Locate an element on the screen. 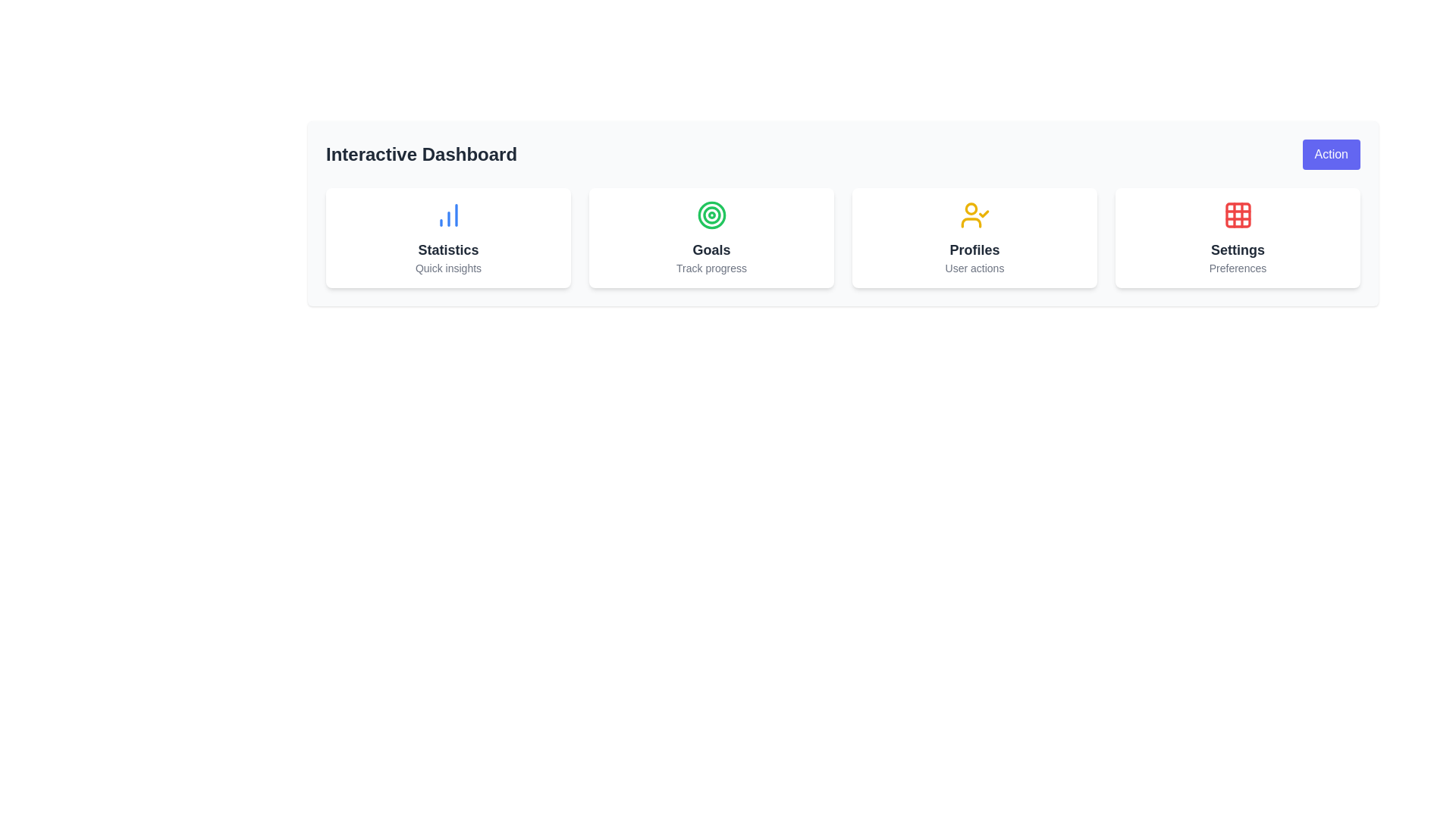 This screenshot has width=1456, height=819. the leftmost white rectangular card with a blue bar chart icon at the top, labeled 'Statistics' in bold black text, and 'Quick insights' in smaller gray text is located at coordinates (447, 237).